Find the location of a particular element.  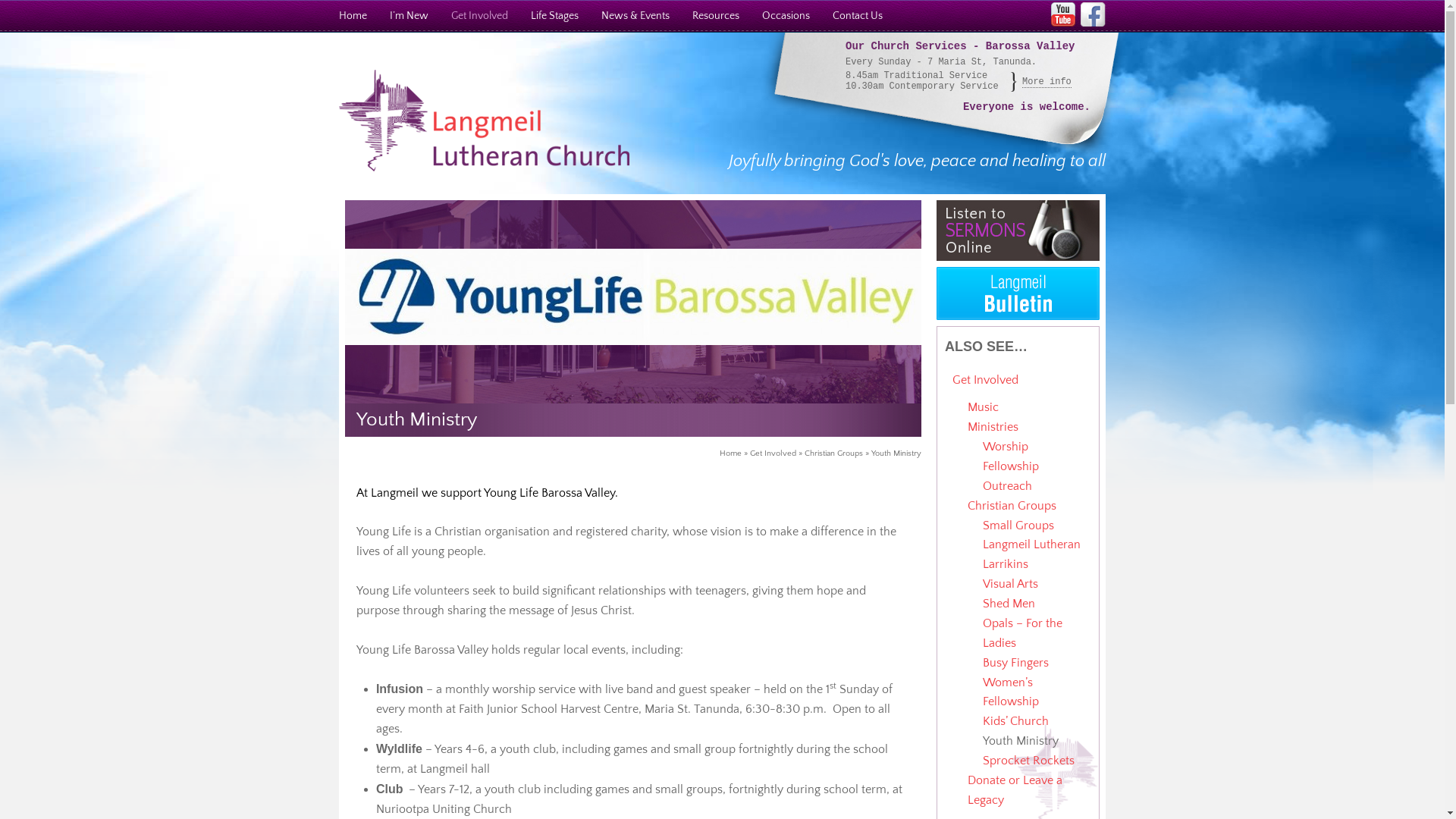

'Donate or Leave a Legacy' is located at coordinates (1015, 789).